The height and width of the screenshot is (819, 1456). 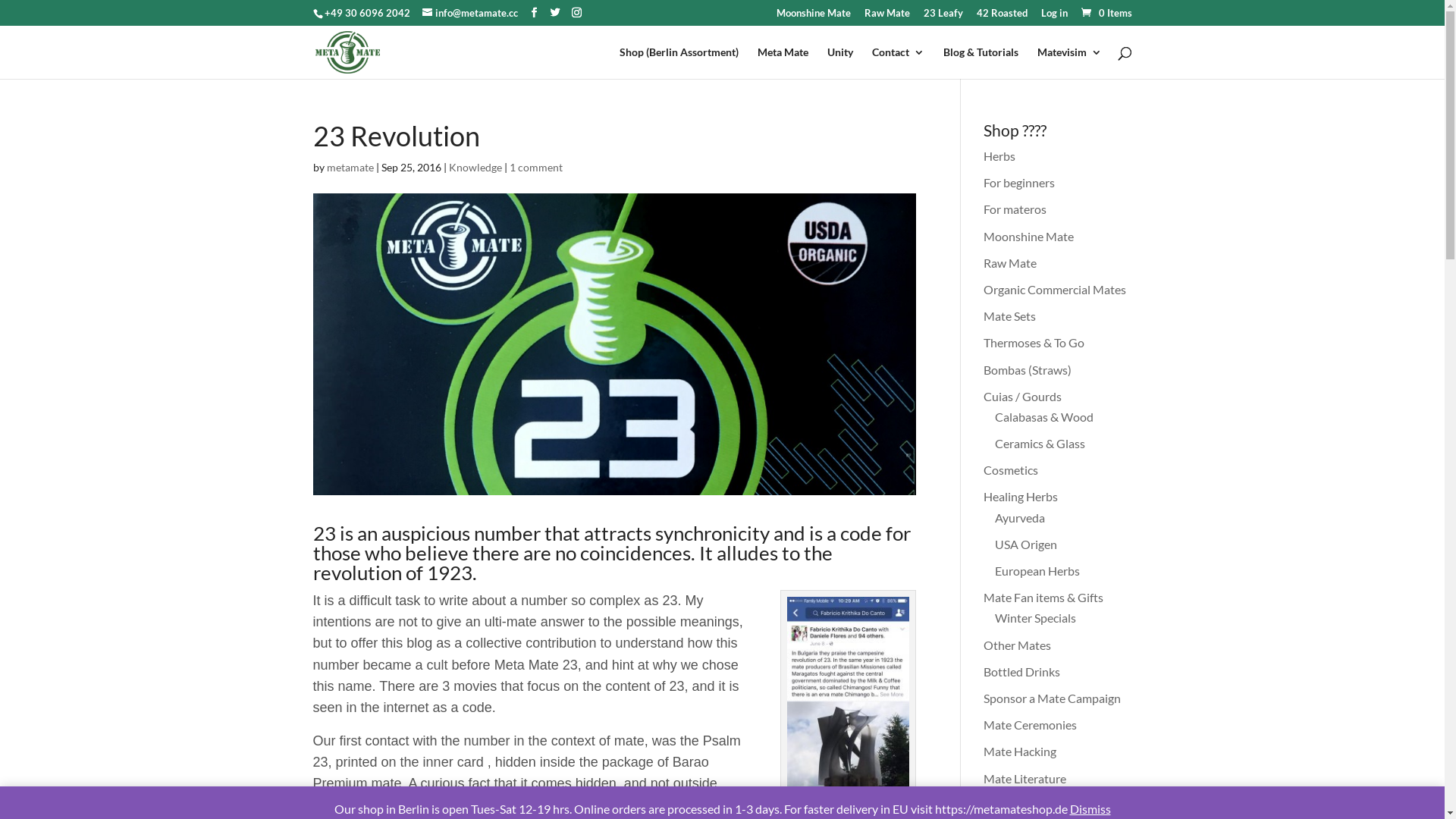 What do you see at coordinates (994, 570) in the screenshot?
I see `'European Herbs'` at bounding box center [994, 570].